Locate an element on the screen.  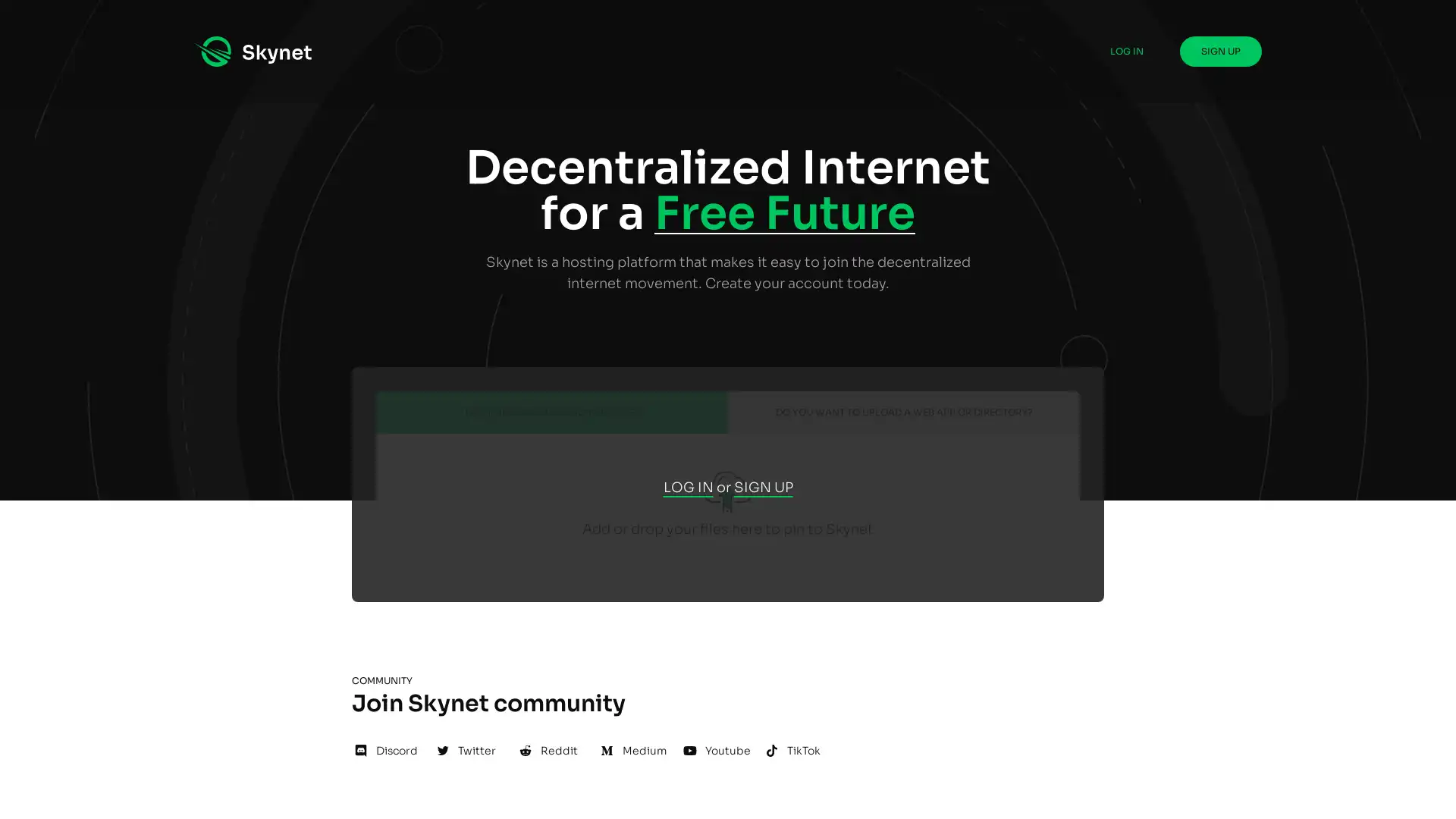
TRY IT NOW AND UPLOAD YOUR FILES is located at coordinates (551, 412).